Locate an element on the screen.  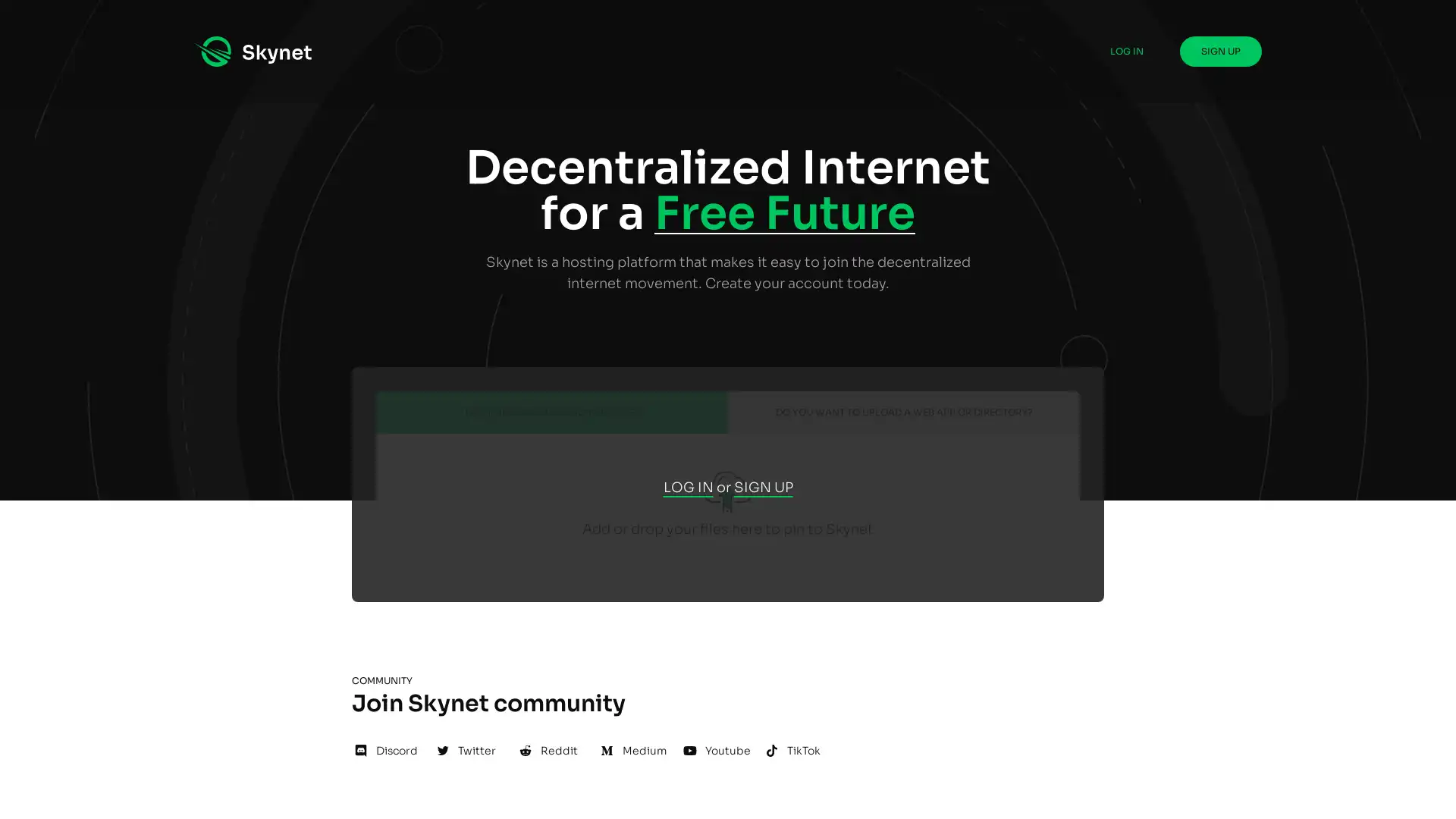
TRY IT NOW AND UPLOAD YOUR FILES is located at coordinates (551, 412).